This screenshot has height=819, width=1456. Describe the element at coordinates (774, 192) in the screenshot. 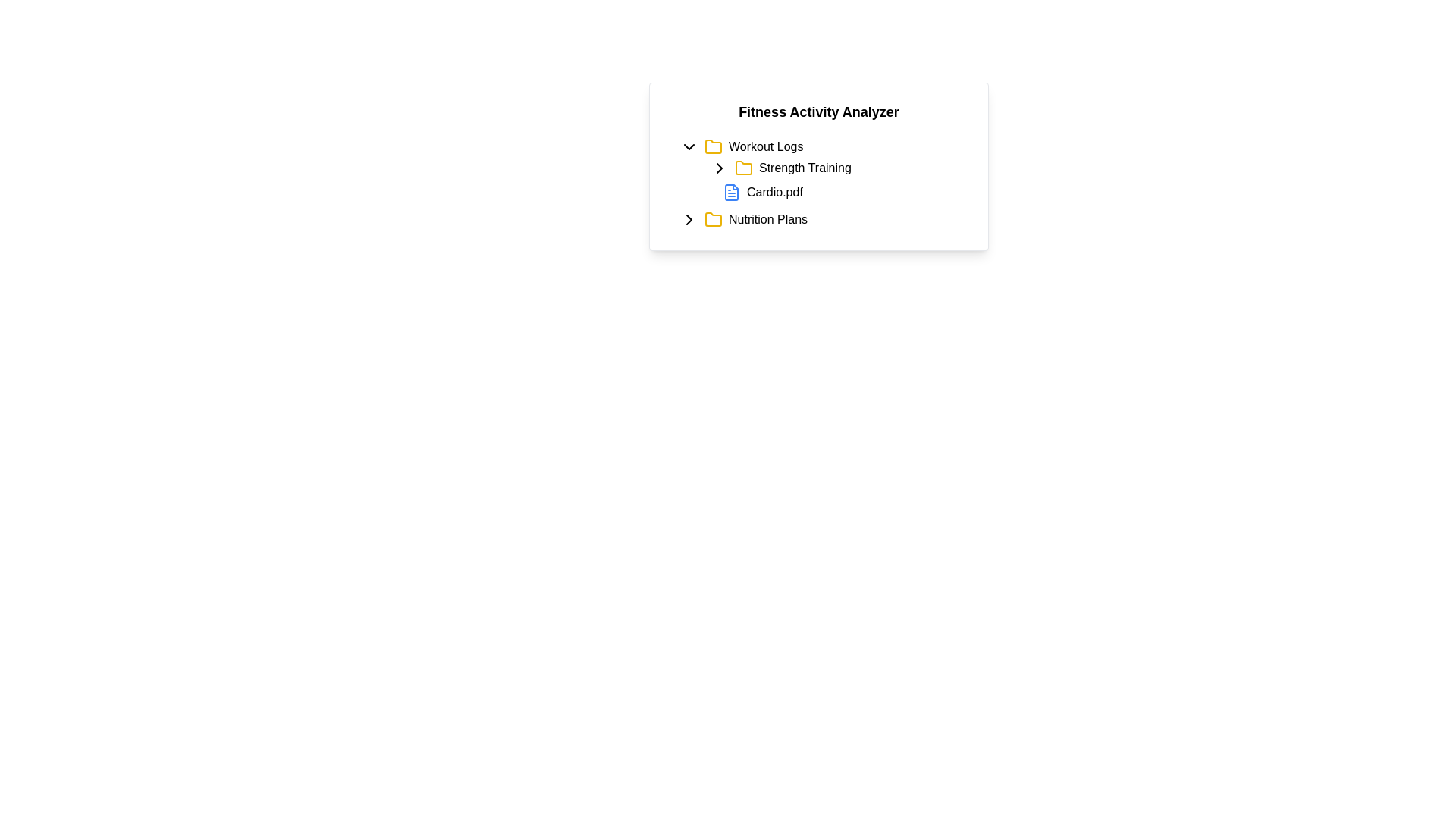

I see `the text label representing the file 'Cardio.pdf'` at that location.